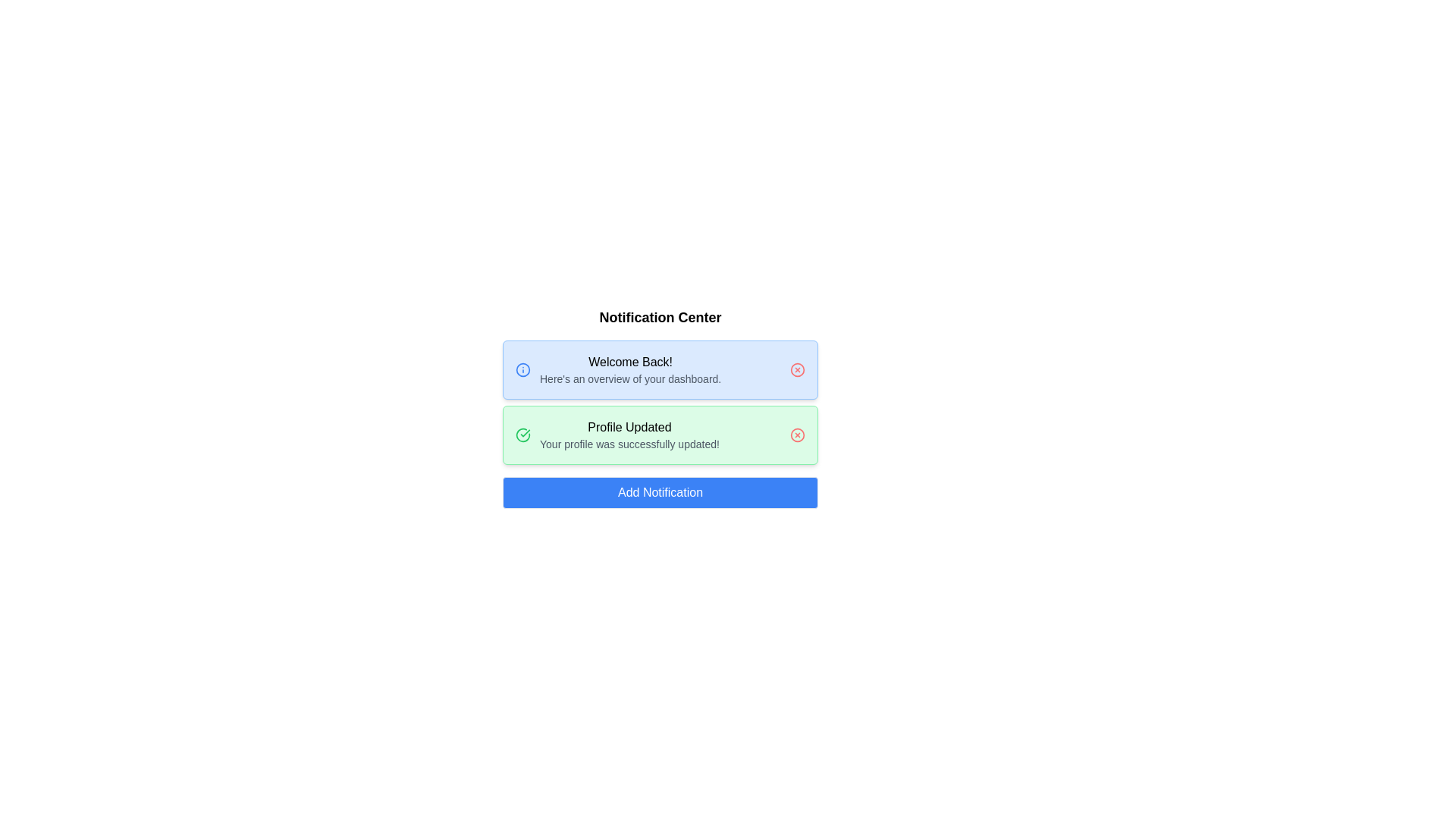 This screenshot has width=1456, height=819. Describe the element at coordinates (796, 435) in the screenshot. I see `the circular border icon of the cross inside a circle located at the top-right corner of the 'Profile Updated' notification card with a light green background` at that location.